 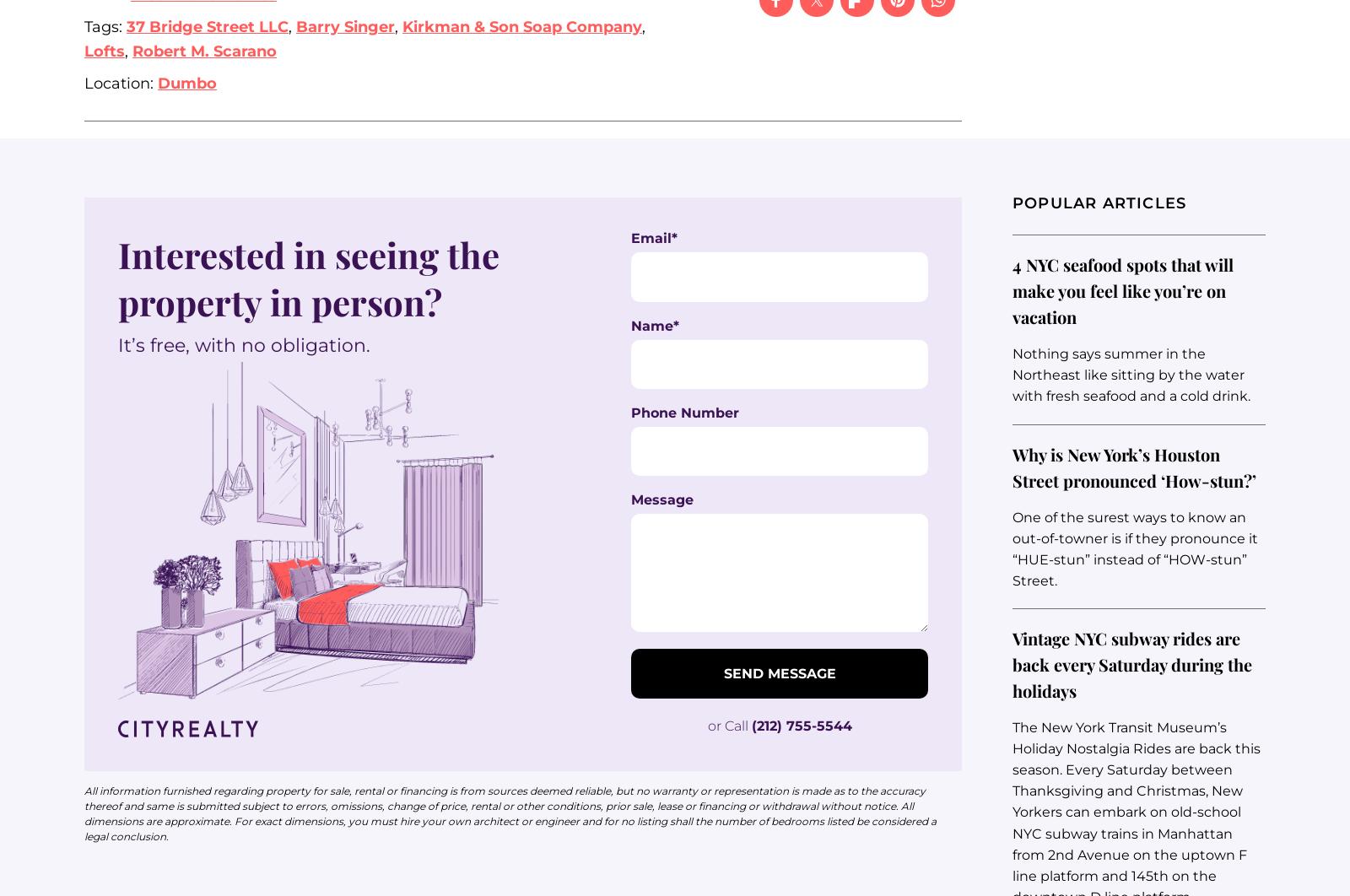 What do you see at coordinates (631, 412) in the screenshot?
I see `'Phone Number'` at bounding box center [631, 412].